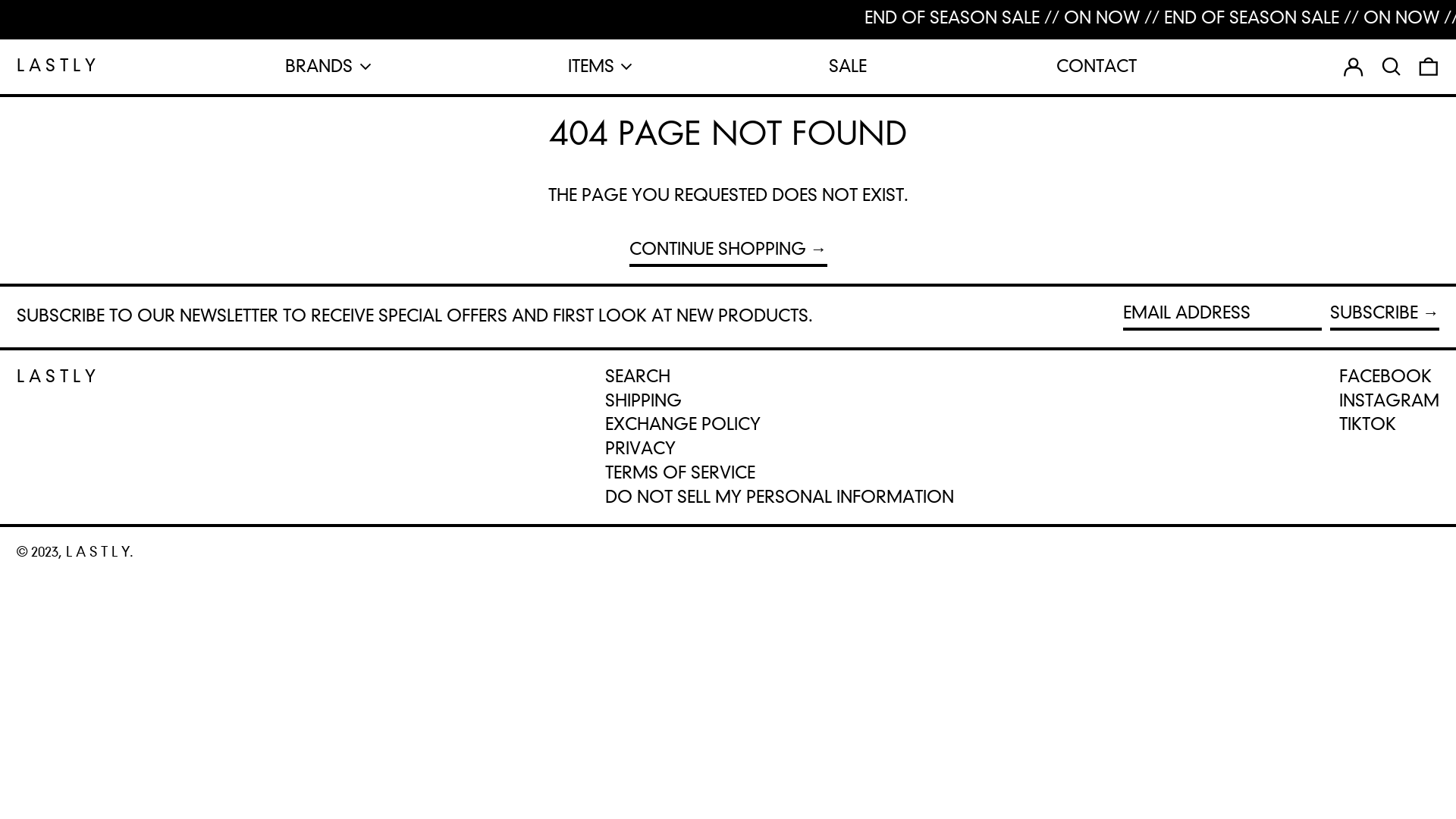  Describe the element at coordinates (847, 66) in the screenshot. I see `'SALE'` at that location.